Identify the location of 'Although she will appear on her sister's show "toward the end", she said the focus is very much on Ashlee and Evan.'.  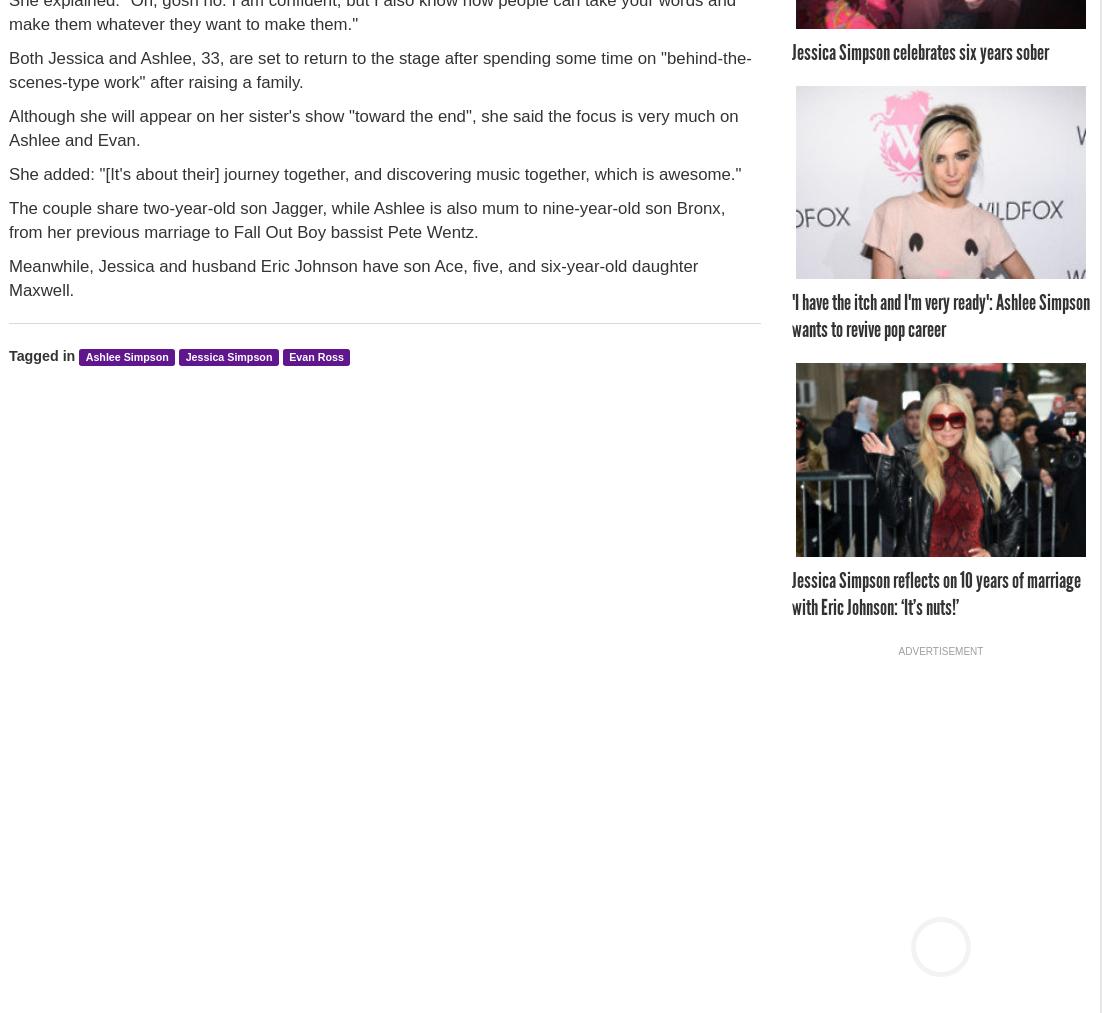
(372, 127).